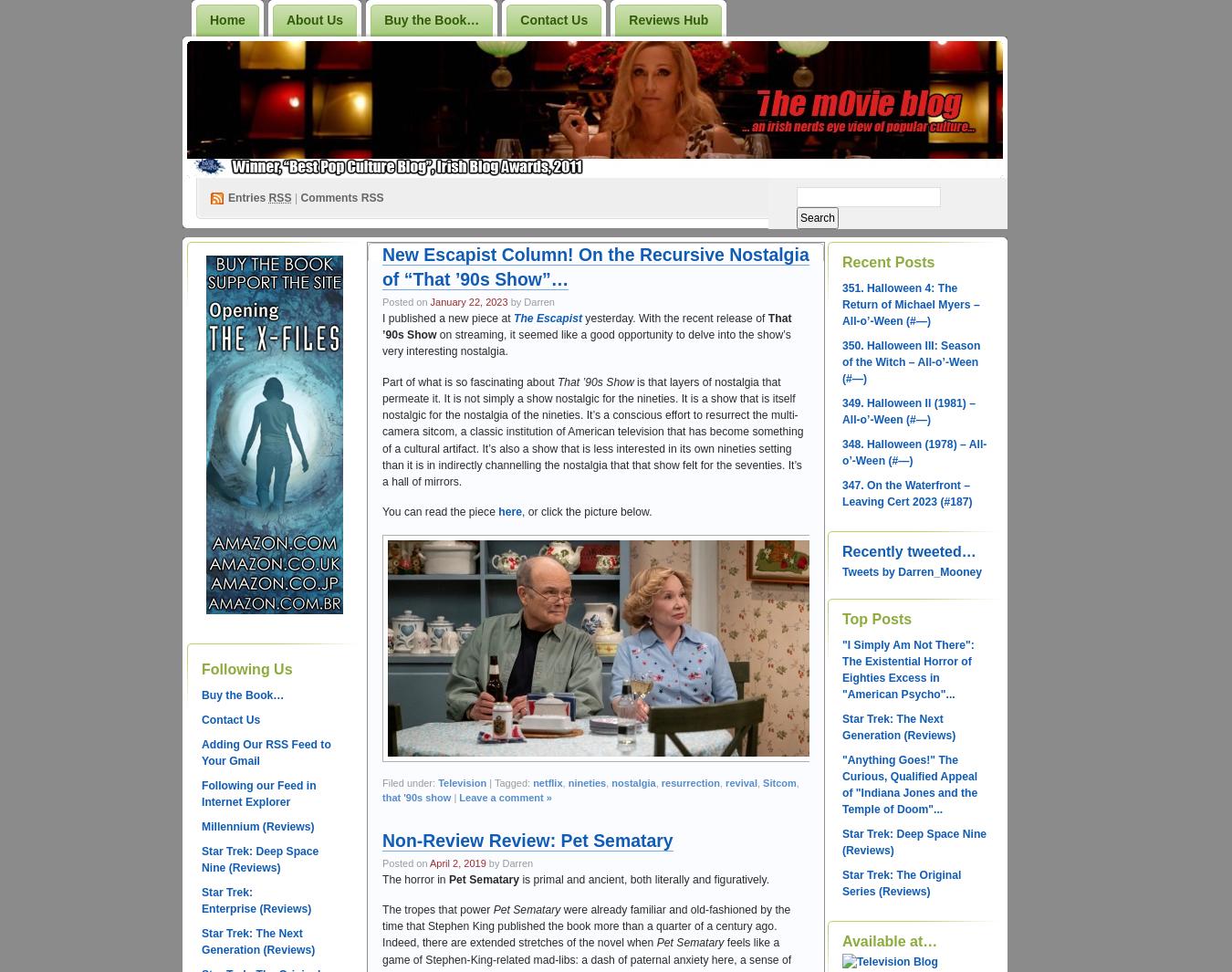  I want to click on 'Comments RSS', so click(341, 197).